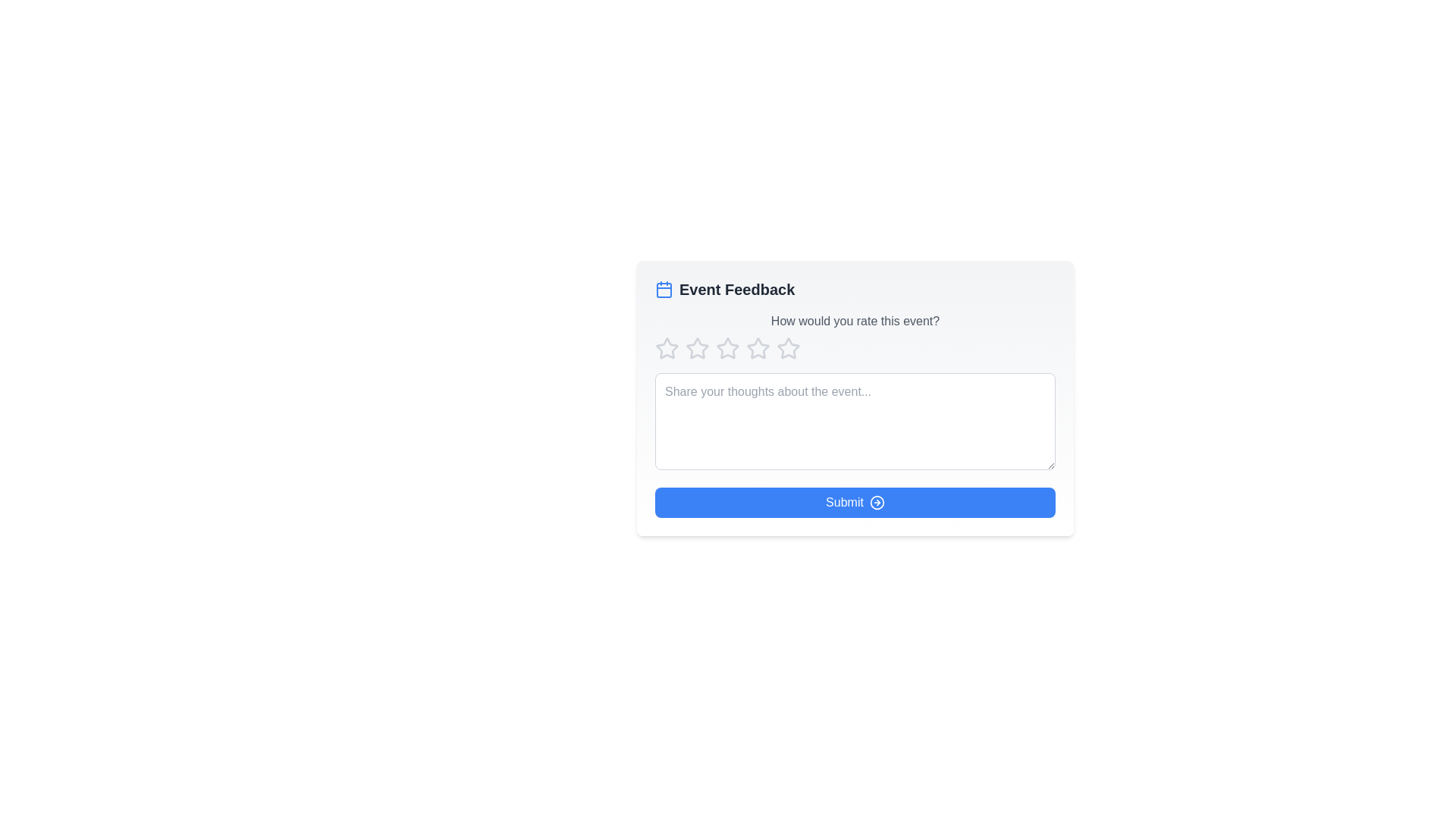 This screenshot has height=819, width=1456. Describe the element at coordinates (737, 289) in the screenshot. I see `the Text Label that serves as the title for the feedback section, located above the star rating component in the event feedback form` at that location.